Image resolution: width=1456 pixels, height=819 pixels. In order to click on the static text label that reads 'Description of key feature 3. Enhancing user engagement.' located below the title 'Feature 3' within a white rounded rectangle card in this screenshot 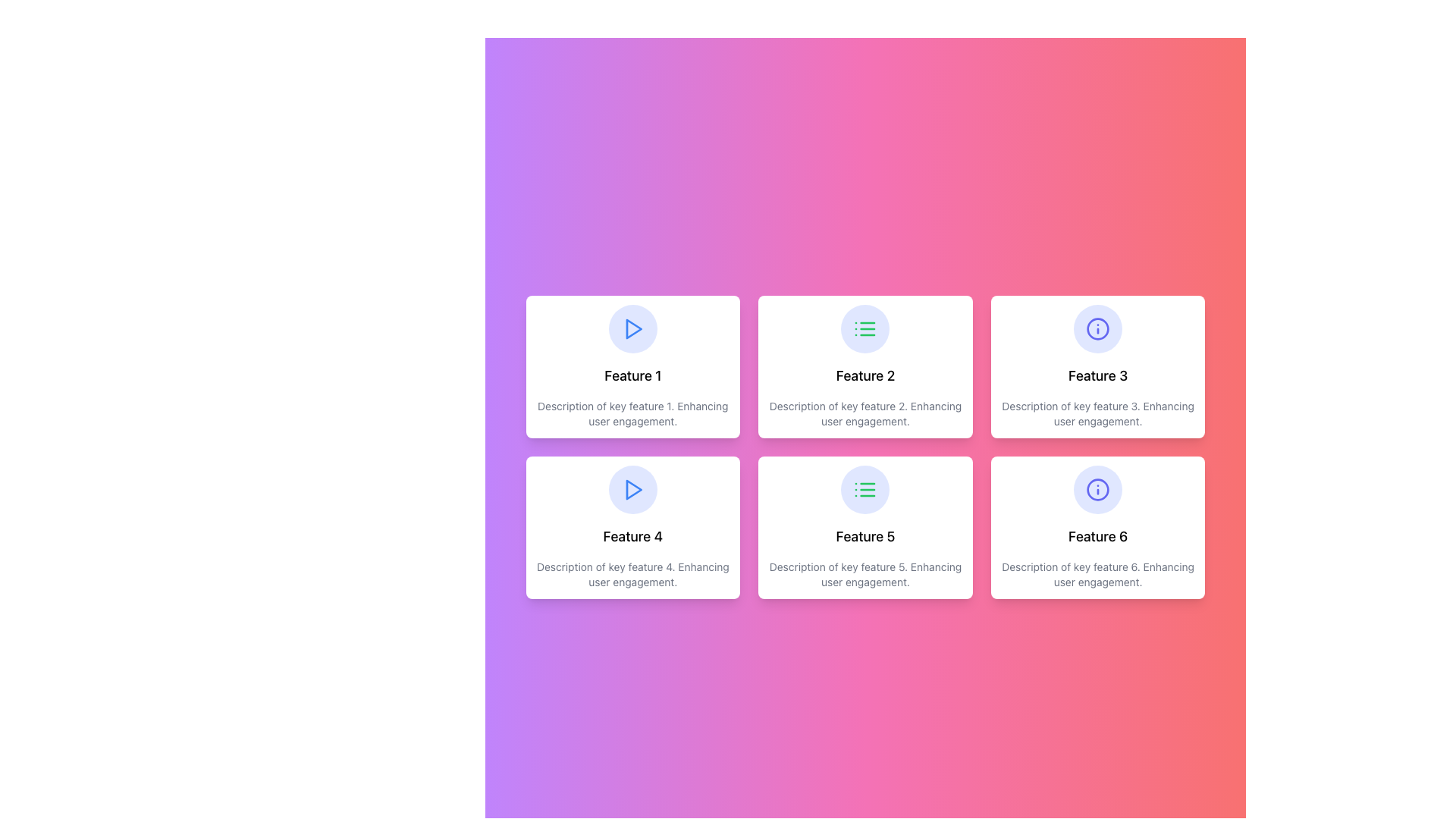, I will do `click(1098, 414)`.